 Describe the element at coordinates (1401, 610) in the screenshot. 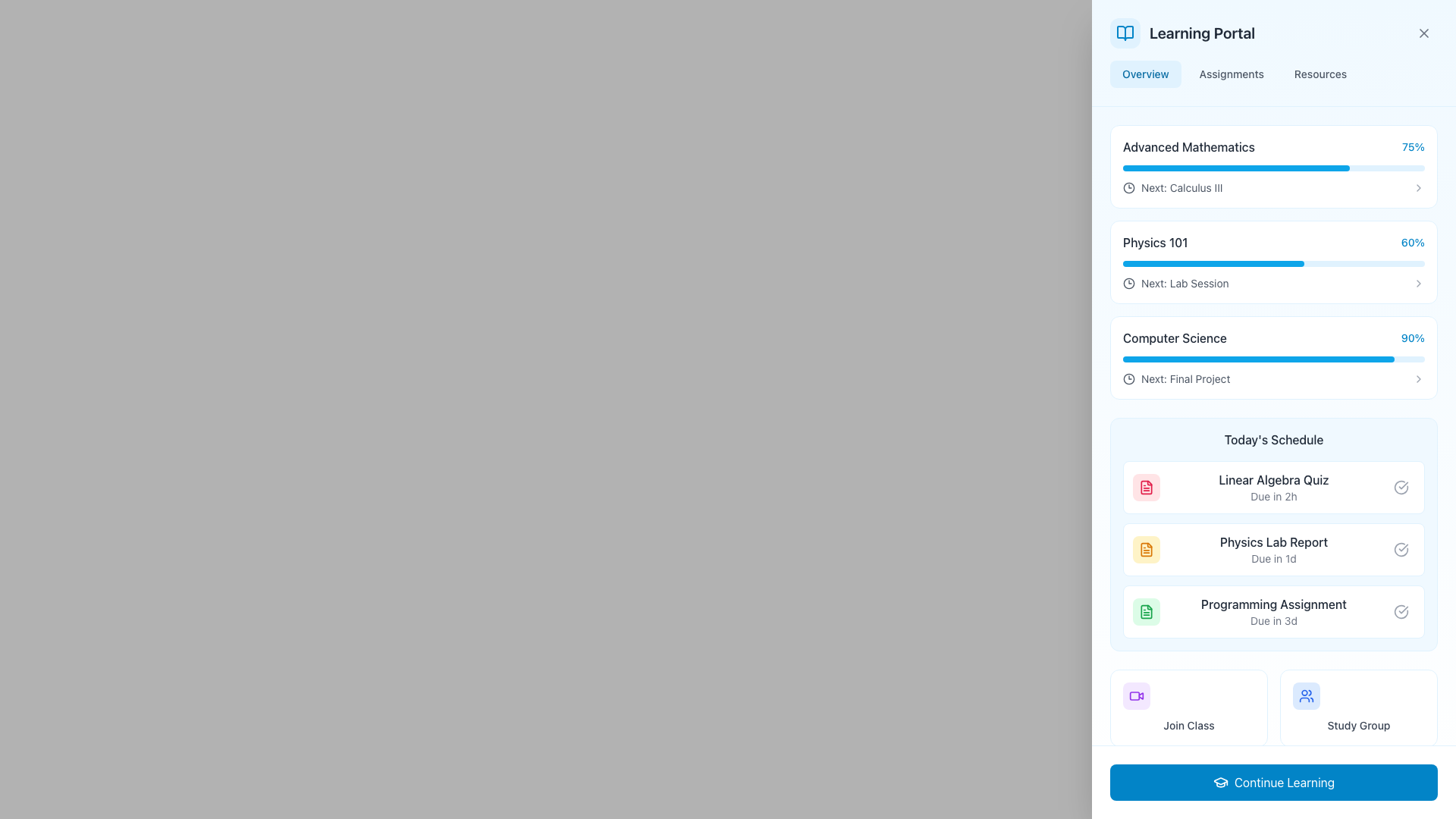

I see `the task completion icon located on the right side of the entry in the 'Today's Schedule' section, adjacent to the text 'Programming Assignment Due in 3d.'` at that location.